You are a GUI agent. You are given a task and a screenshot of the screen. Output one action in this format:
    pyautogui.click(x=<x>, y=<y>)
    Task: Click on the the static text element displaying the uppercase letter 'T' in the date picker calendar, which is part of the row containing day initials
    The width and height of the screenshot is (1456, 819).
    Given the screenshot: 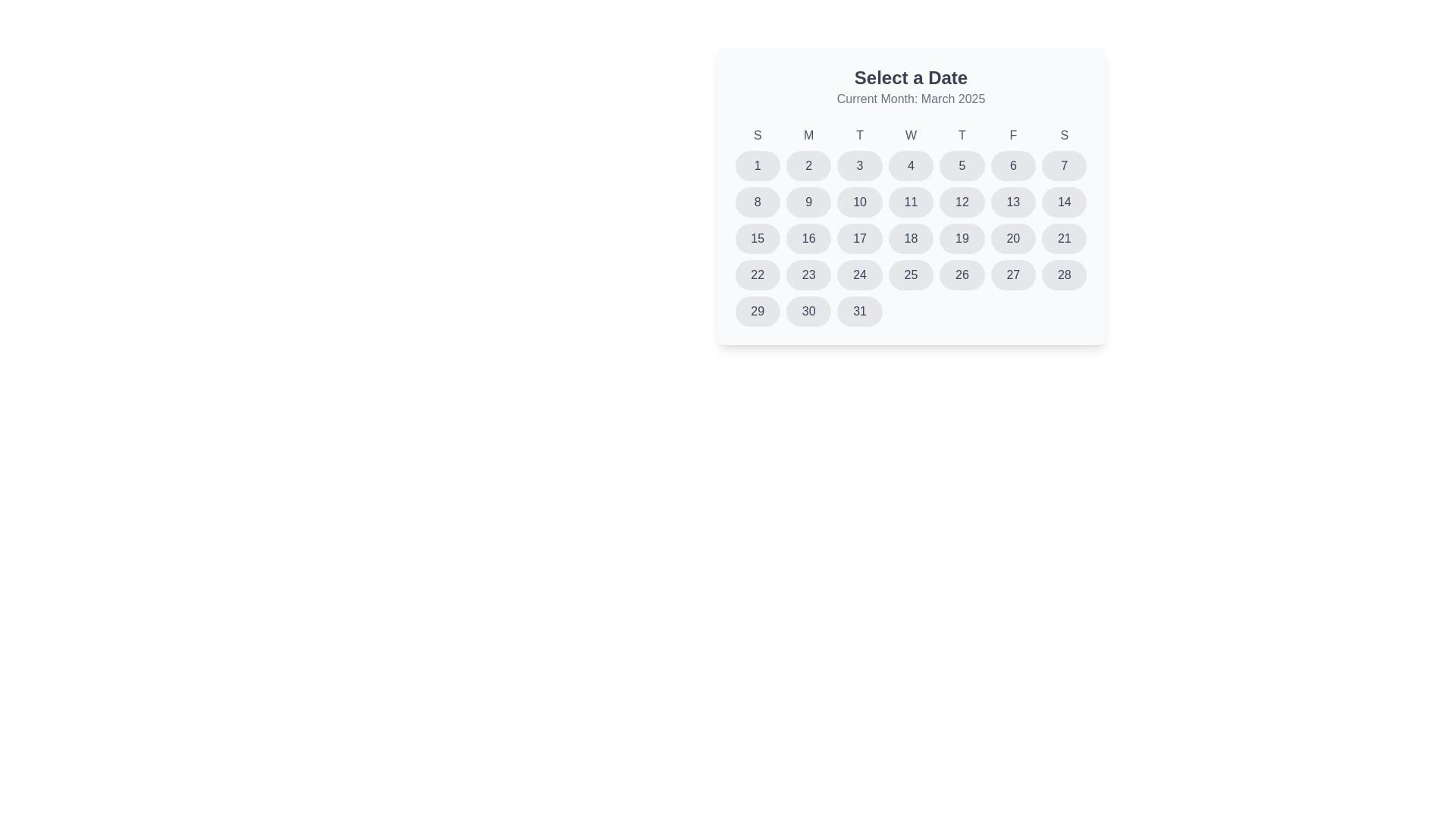 What is the action you would take?
    pyautogui.click(x=961, y=134)
    